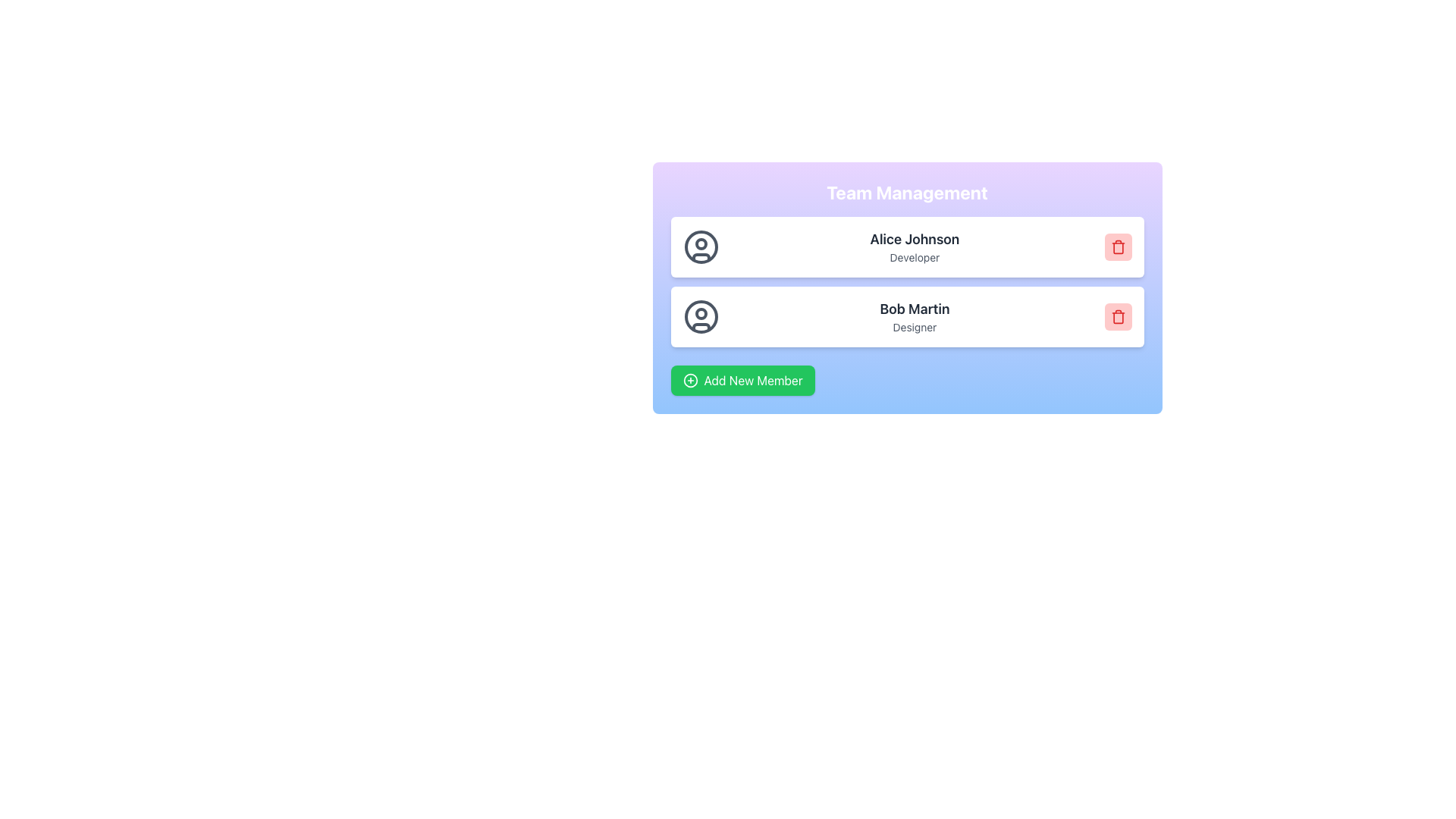 This screenshot has width=1456, height=819. I want to click on the Text label that describes the title associated with the person 'Bob Martin', located directly below the name in the user profile section, so click(914, 327).